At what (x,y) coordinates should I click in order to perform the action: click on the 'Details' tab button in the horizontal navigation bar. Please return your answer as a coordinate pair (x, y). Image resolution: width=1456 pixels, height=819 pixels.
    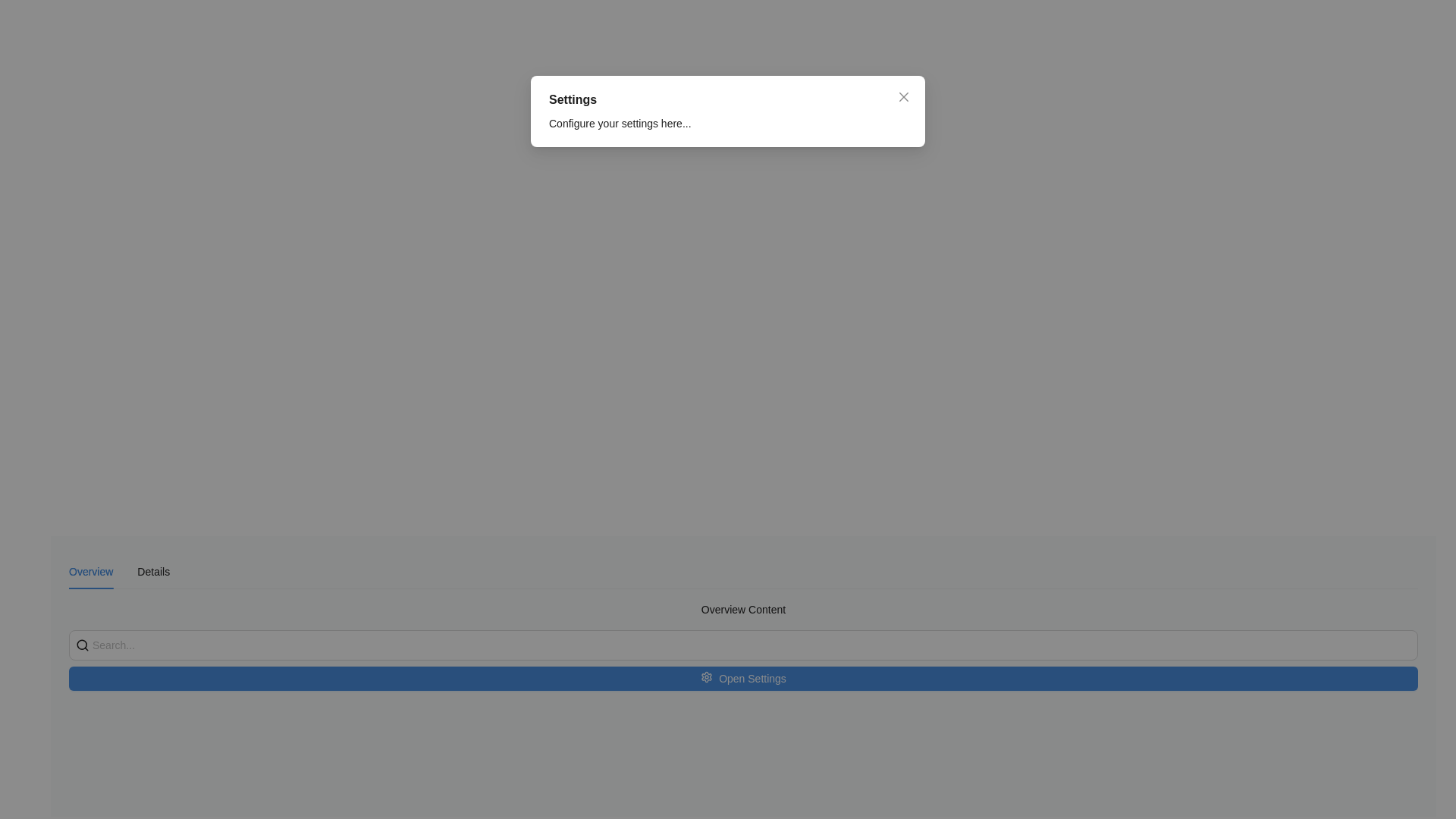
    Looking at the image, I should click on (153, 571).